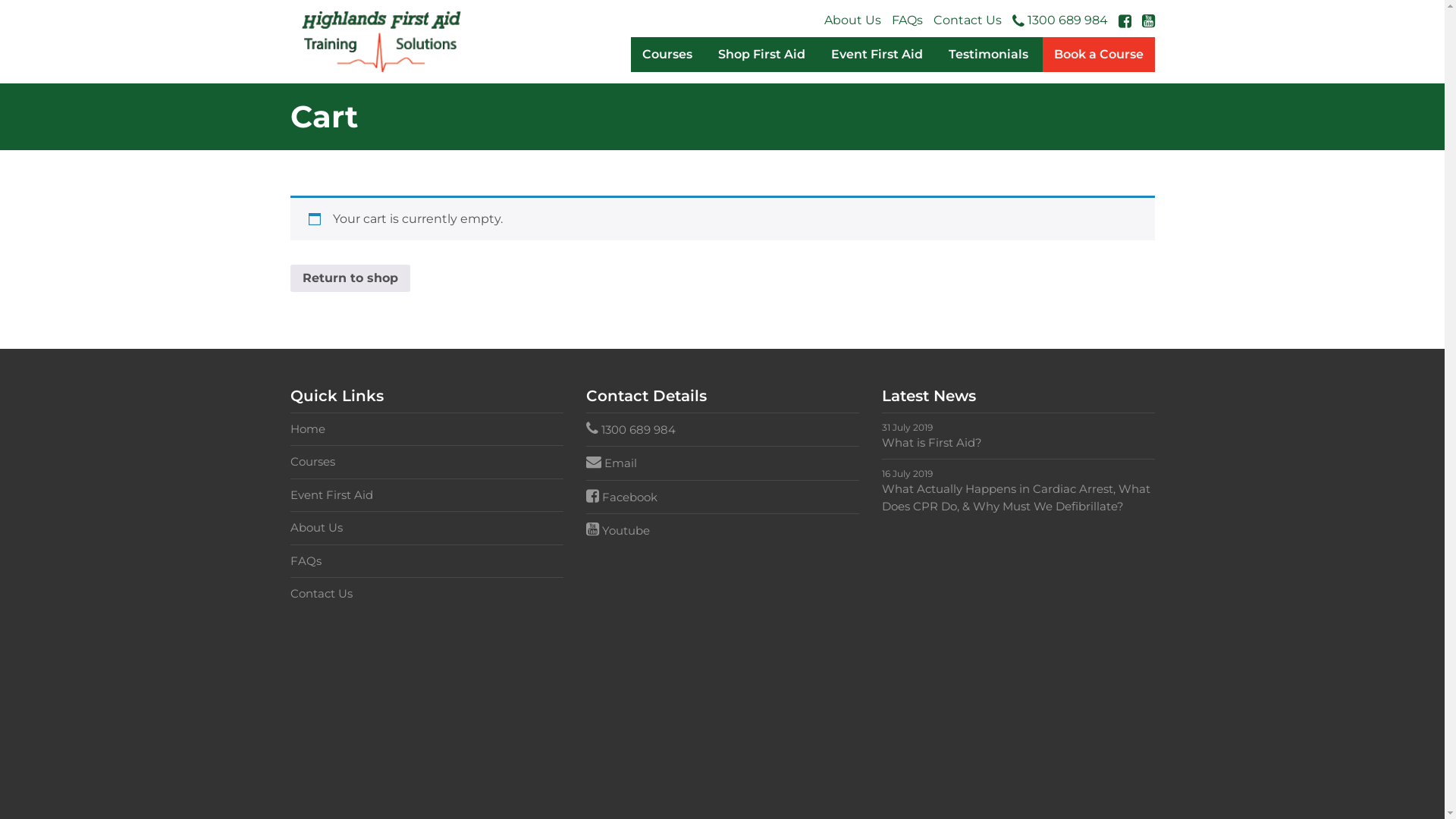 The width and height of the screenshot is (1456, 819). I want to click on '1300 689 984', so click(1012, 20).